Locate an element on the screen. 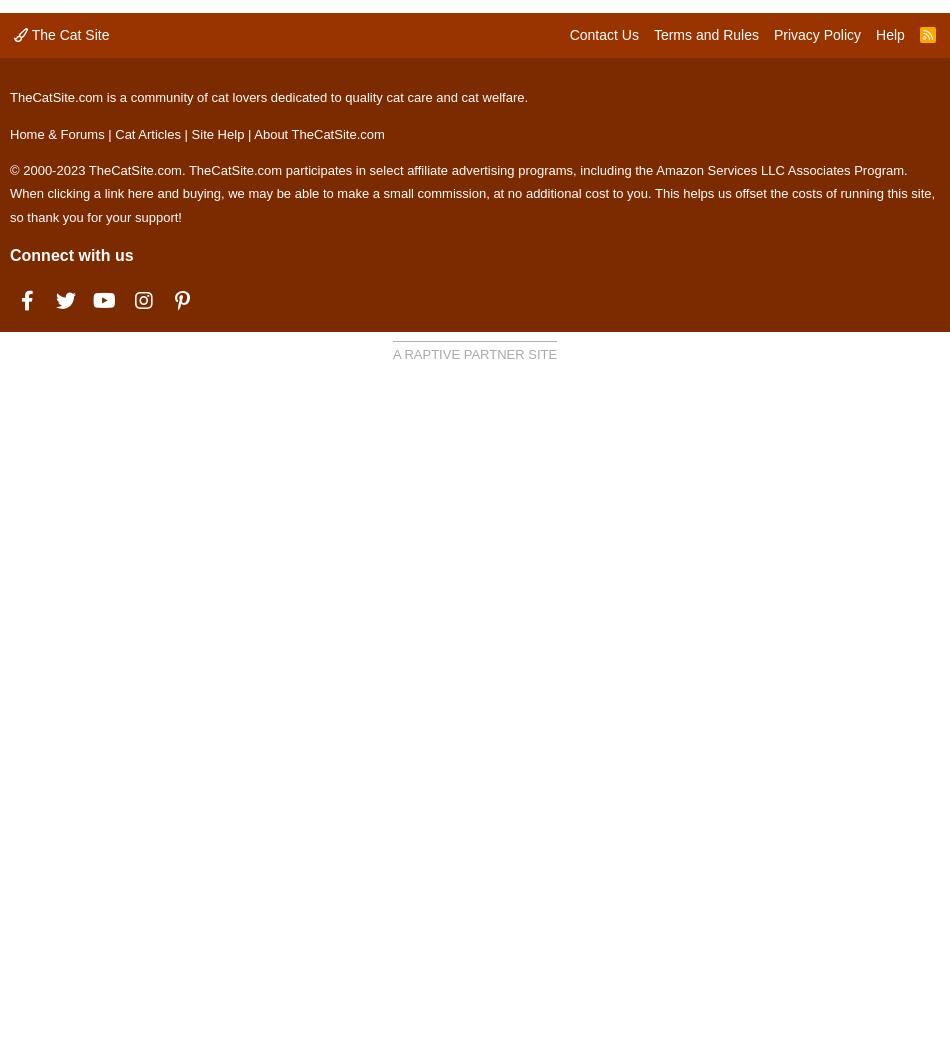  'Home & Forums' is located at coordinates (57, 132).